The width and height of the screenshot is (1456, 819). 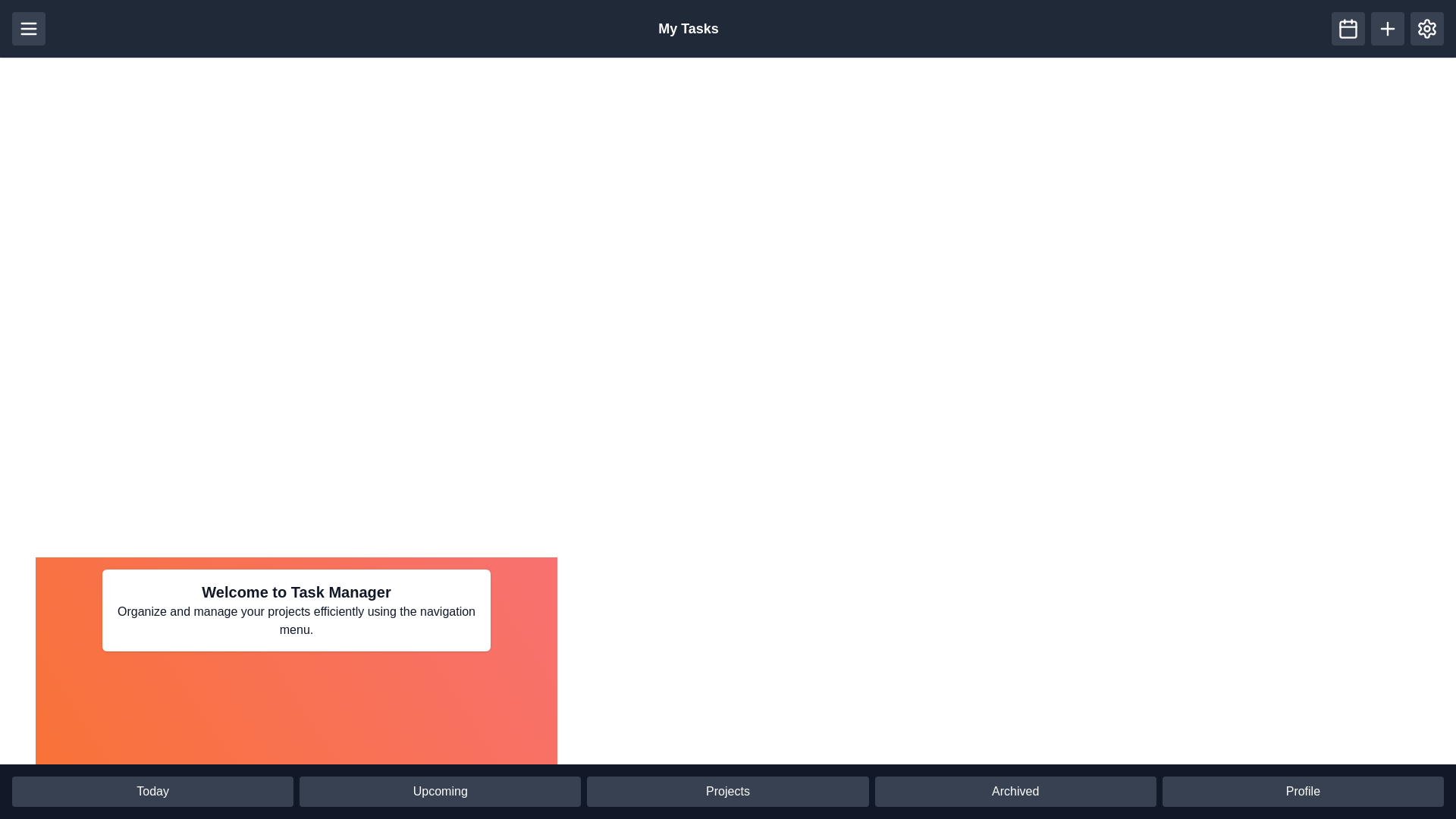 What do you see at coordinates (1387, 29) in the screenshot?
I see `the header button corresponding to add_task` at bounding box center [1387, 29].